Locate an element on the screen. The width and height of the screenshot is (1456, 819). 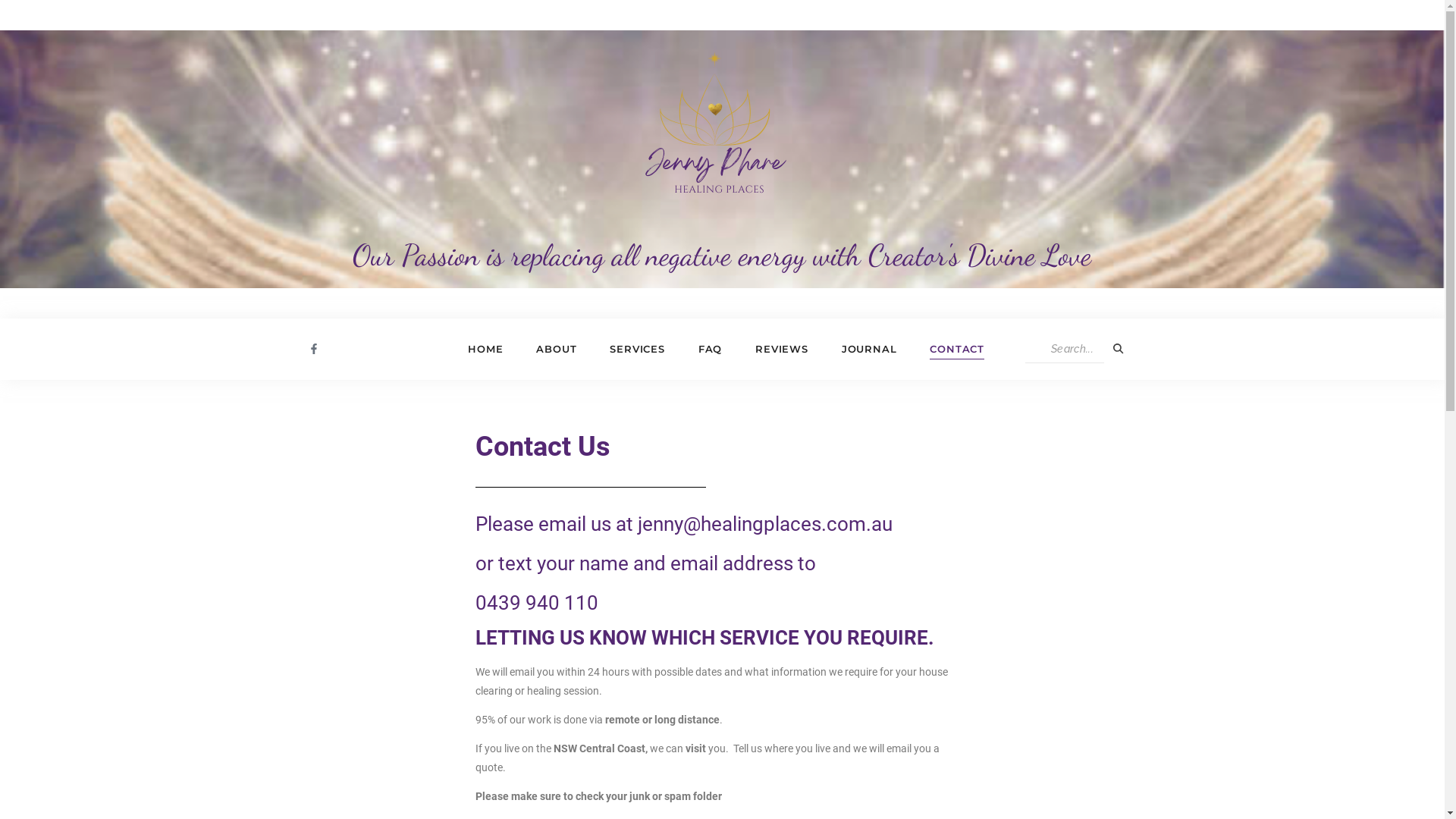
'CONTACT' is located at coordinates (956, 349).